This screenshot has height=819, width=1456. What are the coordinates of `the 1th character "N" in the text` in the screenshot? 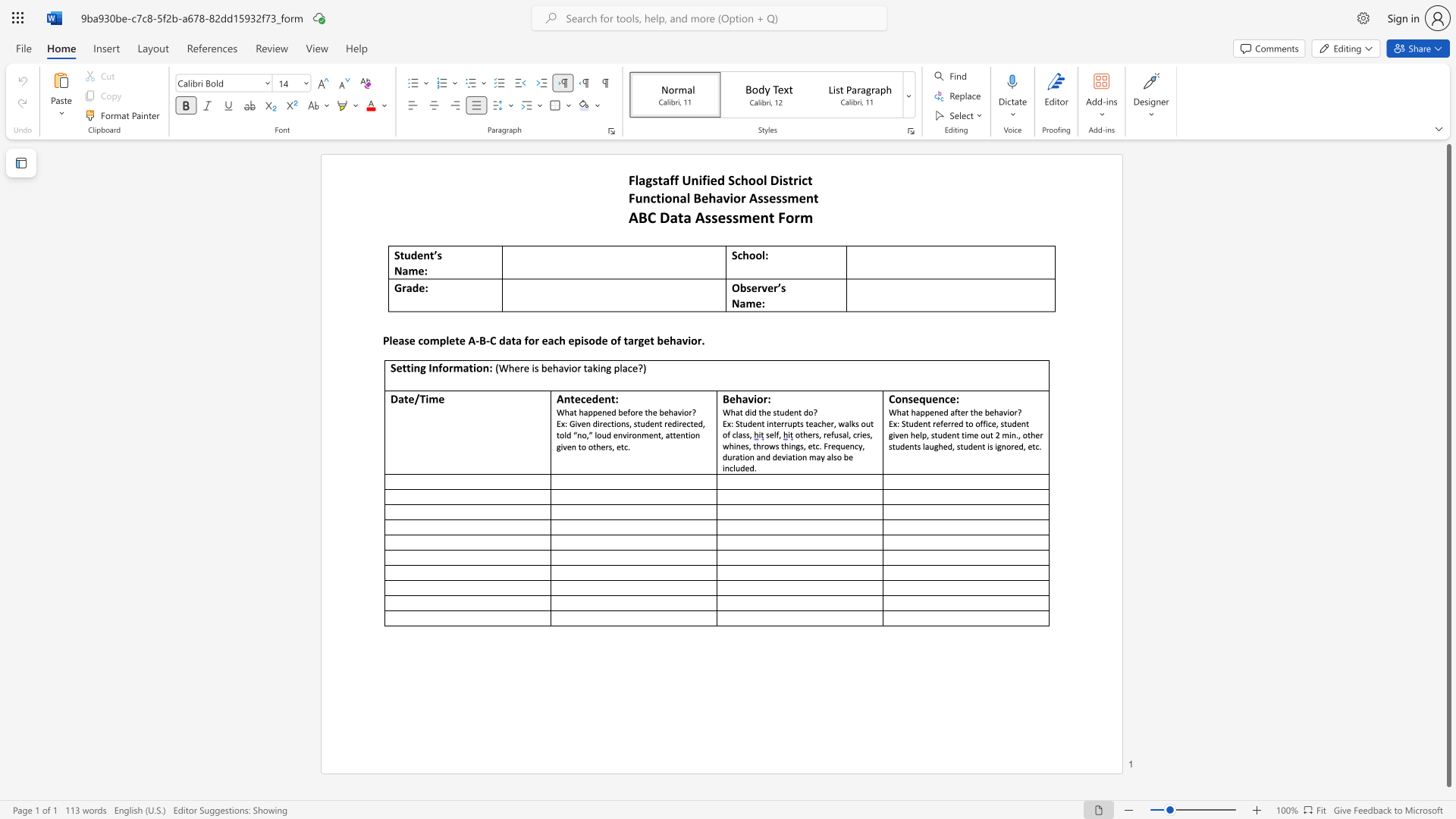 It's located at (398, 270).